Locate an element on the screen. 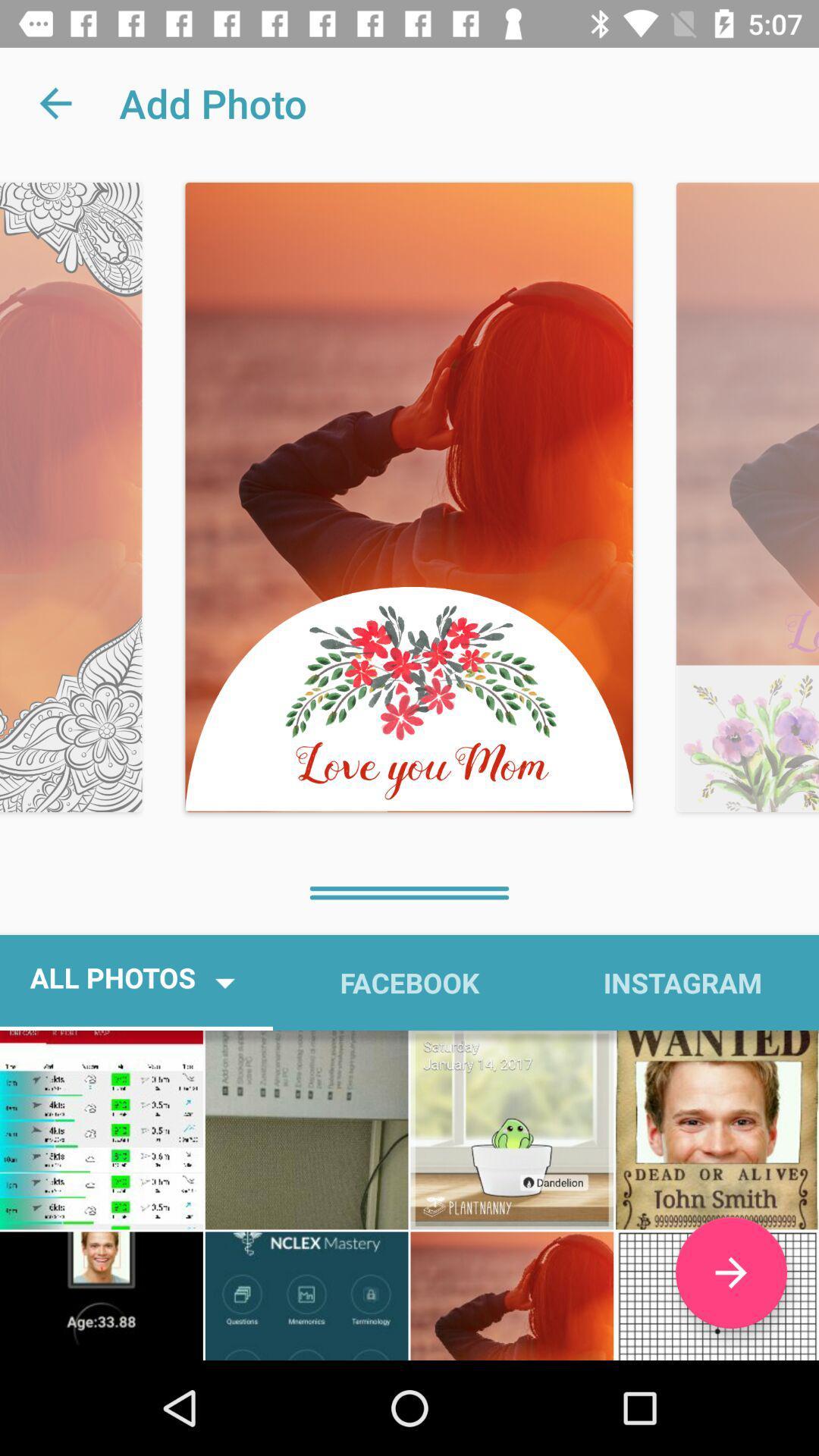 Image resolution: width=819 pixels, height=1456 pixels. the arrow_forward icon is located at coordinates (730, 1272).